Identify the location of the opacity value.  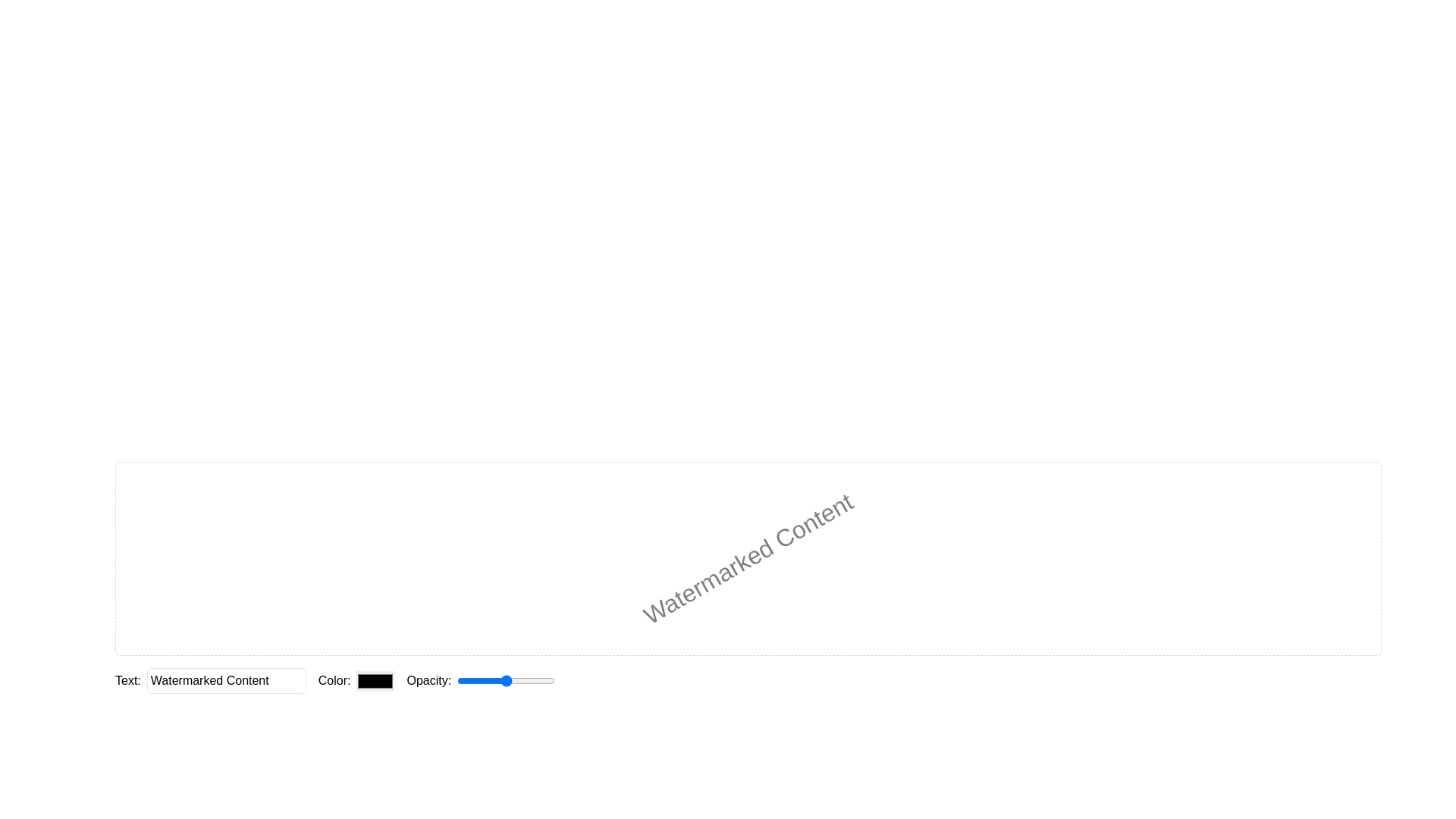
(542, 680).